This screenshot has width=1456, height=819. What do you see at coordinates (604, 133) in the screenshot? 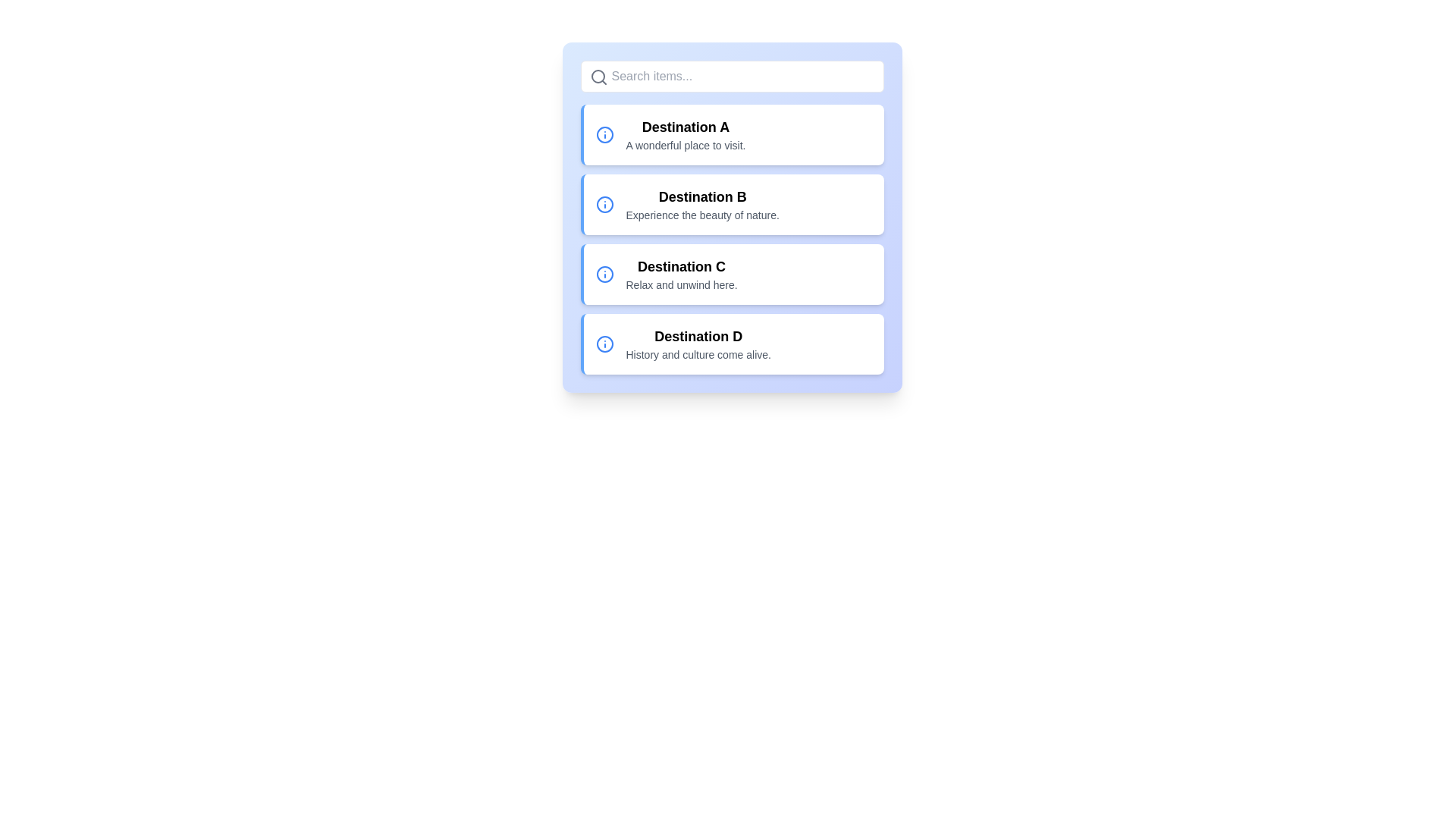
I see `the circular information icon with a blue outline located on the left of the 'Destination A' section, before the title and description` at bounding box center [604, 133].